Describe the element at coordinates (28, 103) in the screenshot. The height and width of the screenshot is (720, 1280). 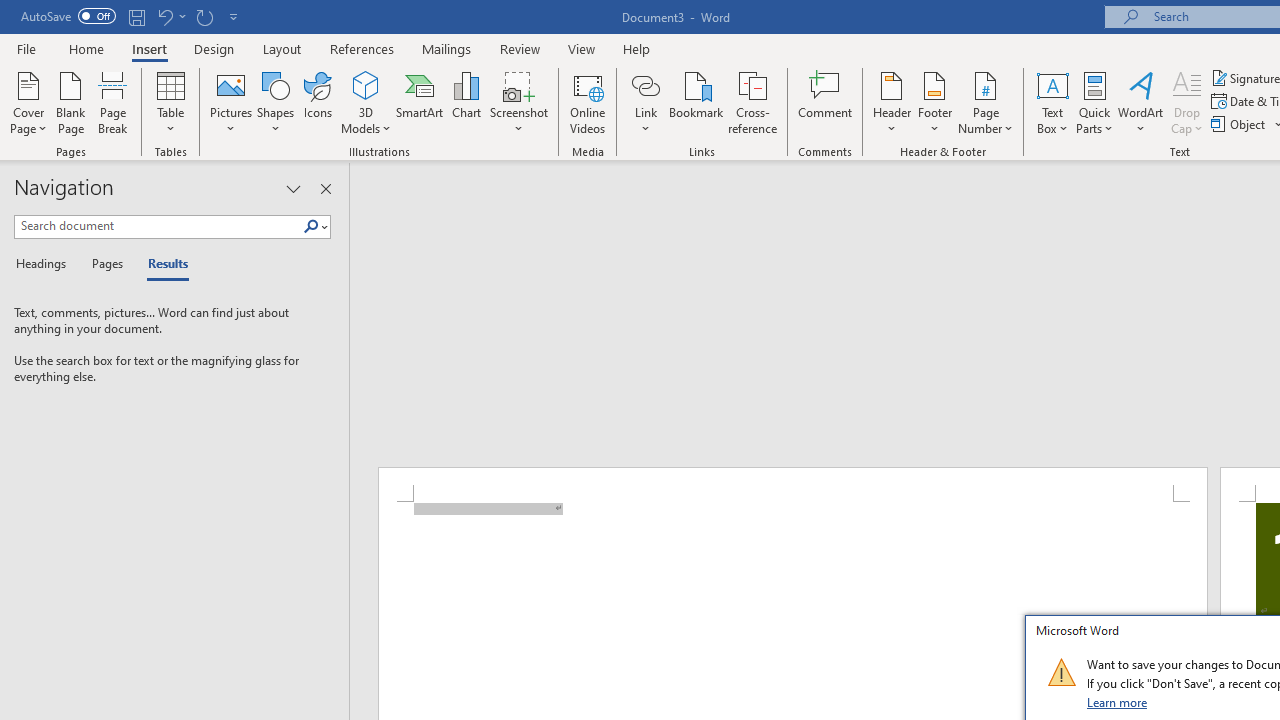
I see `'Cover Page'` at that location.